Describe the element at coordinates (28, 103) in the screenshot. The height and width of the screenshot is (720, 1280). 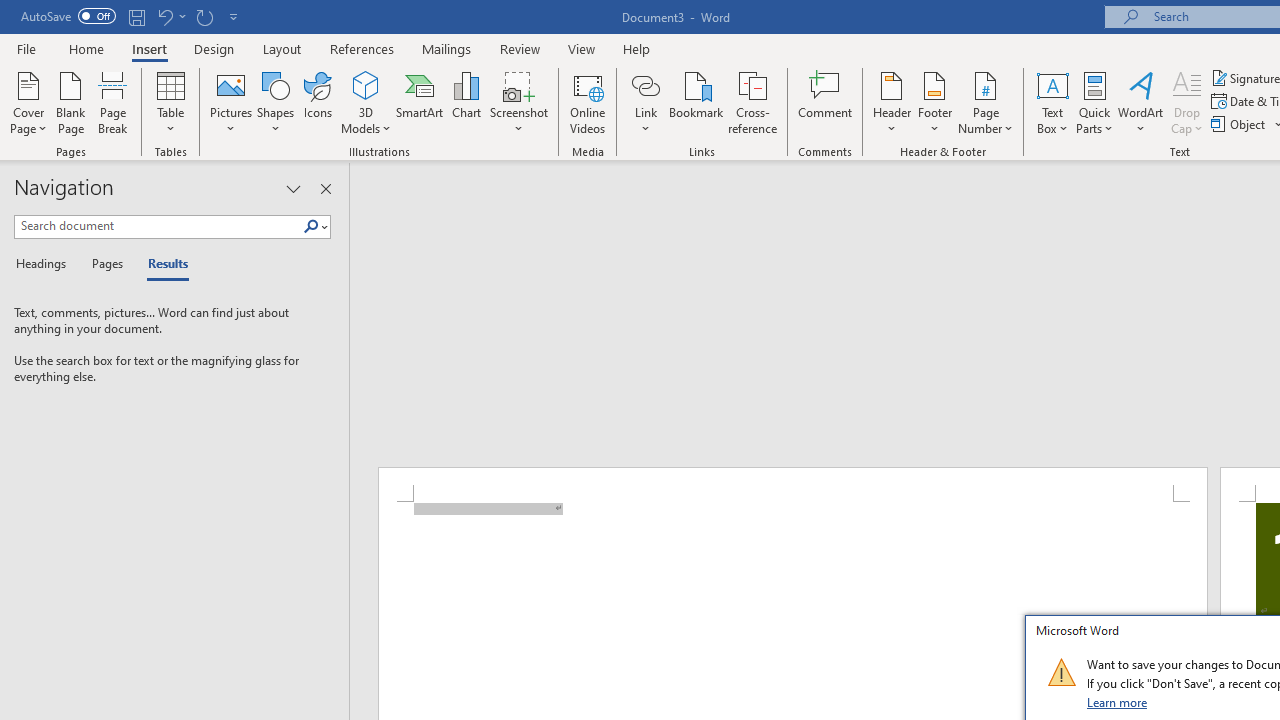
I see `'Cover Page'` at that location.